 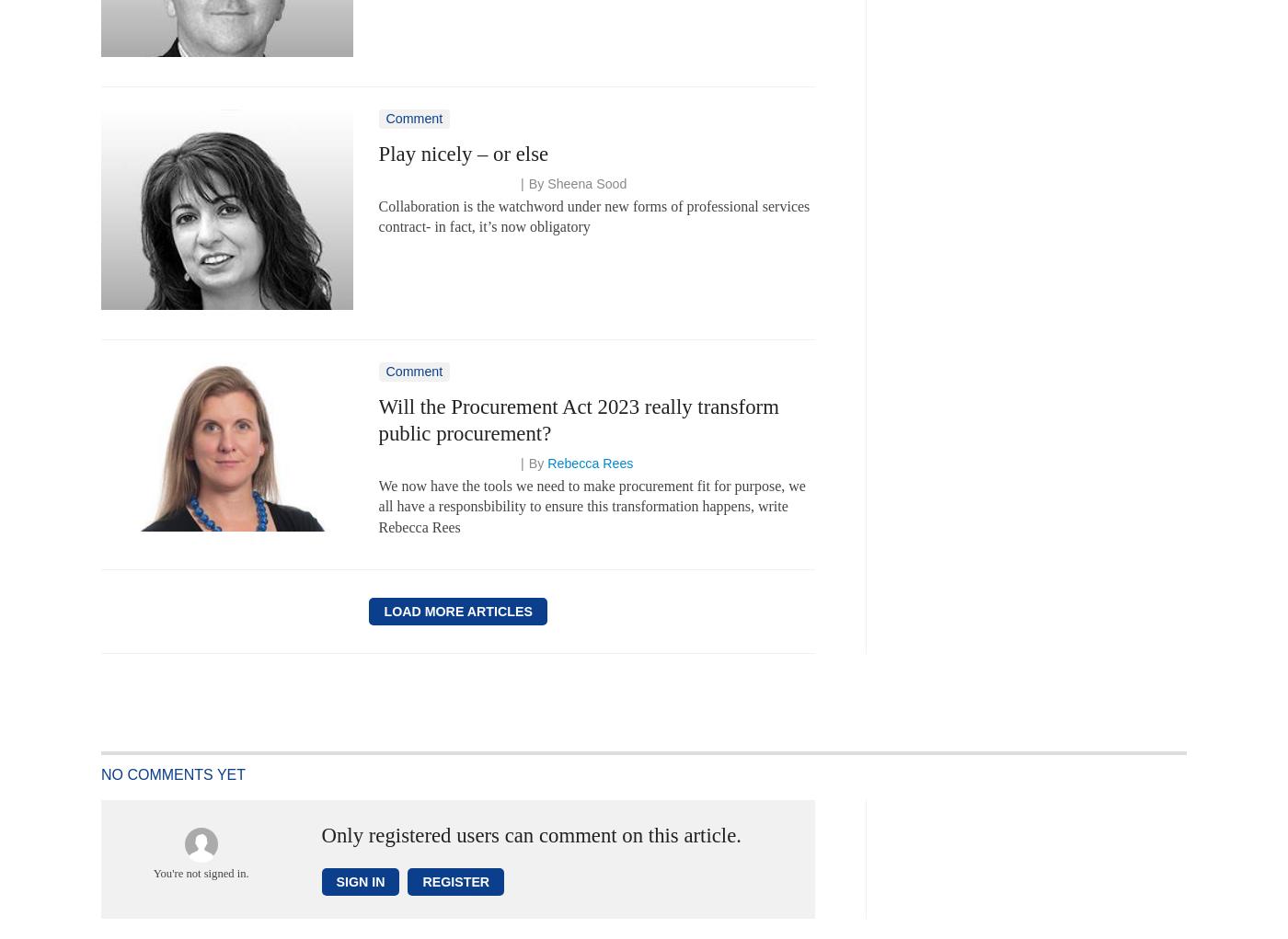 What do you see at coordinates (335, 880) in the screenshot?
I see `'Sign in'` at bounding box center [335, 880].